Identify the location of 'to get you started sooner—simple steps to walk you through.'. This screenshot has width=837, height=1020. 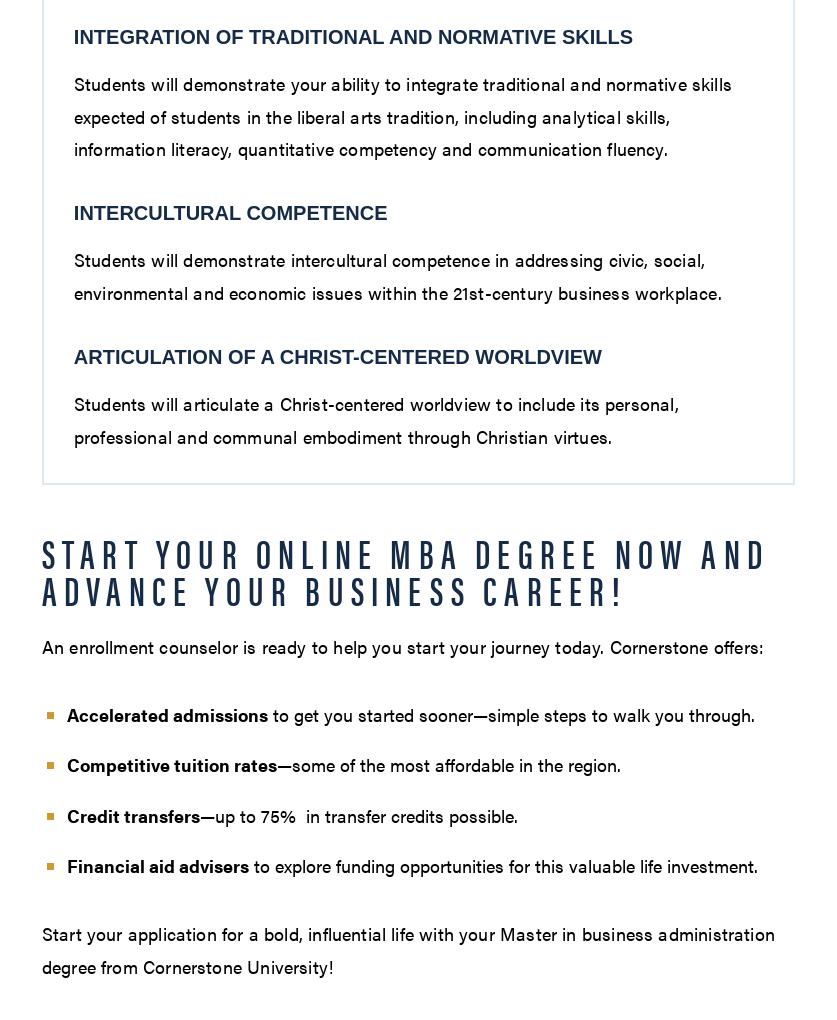
(509, 712).